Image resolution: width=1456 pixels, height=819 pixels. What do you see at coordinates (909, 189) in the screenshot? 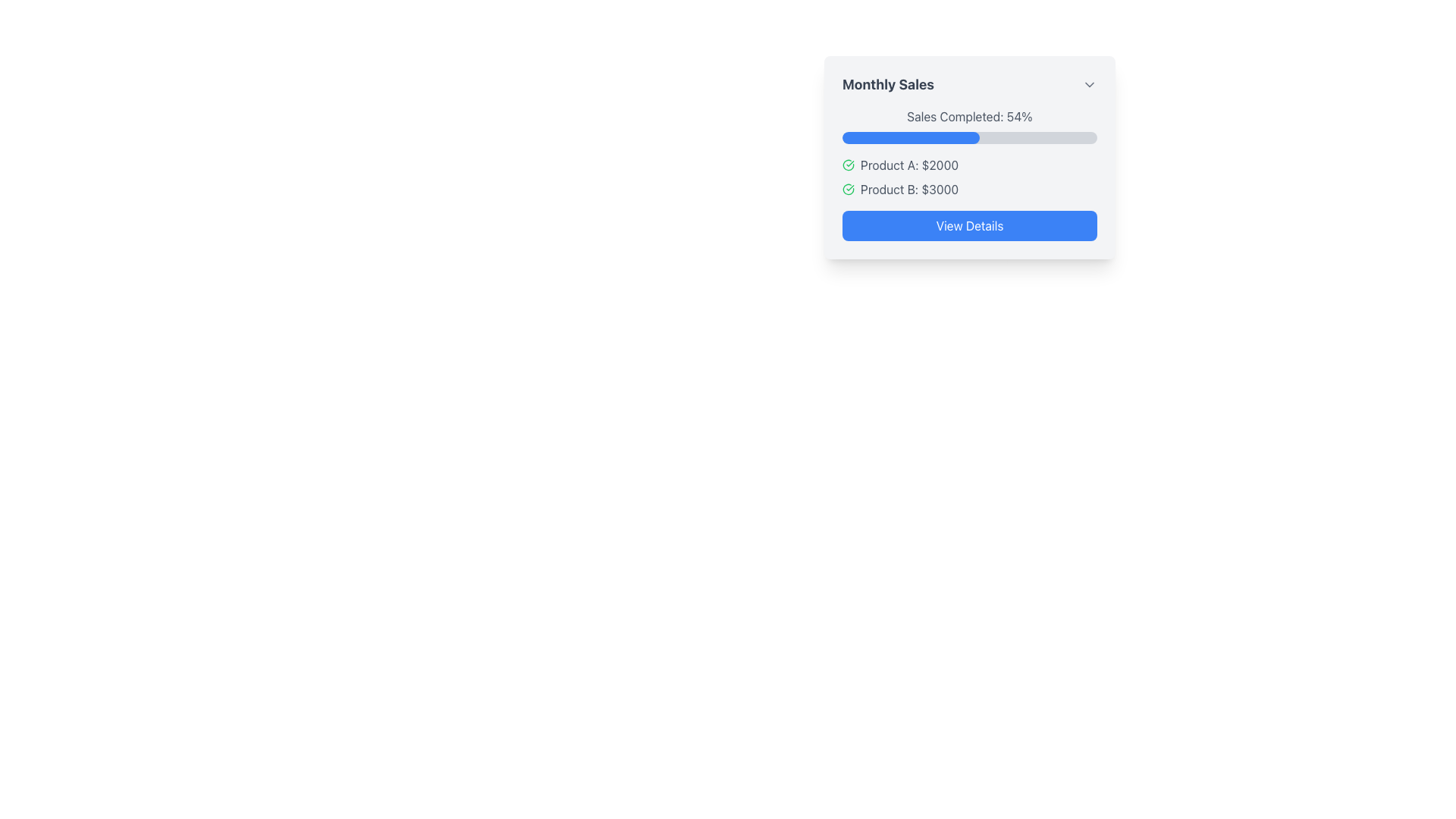
I see `the text displaying the sales value for 'Product B', which is located in the second row under the label 'Monthly Sales'` at bounding box center [909, 189].